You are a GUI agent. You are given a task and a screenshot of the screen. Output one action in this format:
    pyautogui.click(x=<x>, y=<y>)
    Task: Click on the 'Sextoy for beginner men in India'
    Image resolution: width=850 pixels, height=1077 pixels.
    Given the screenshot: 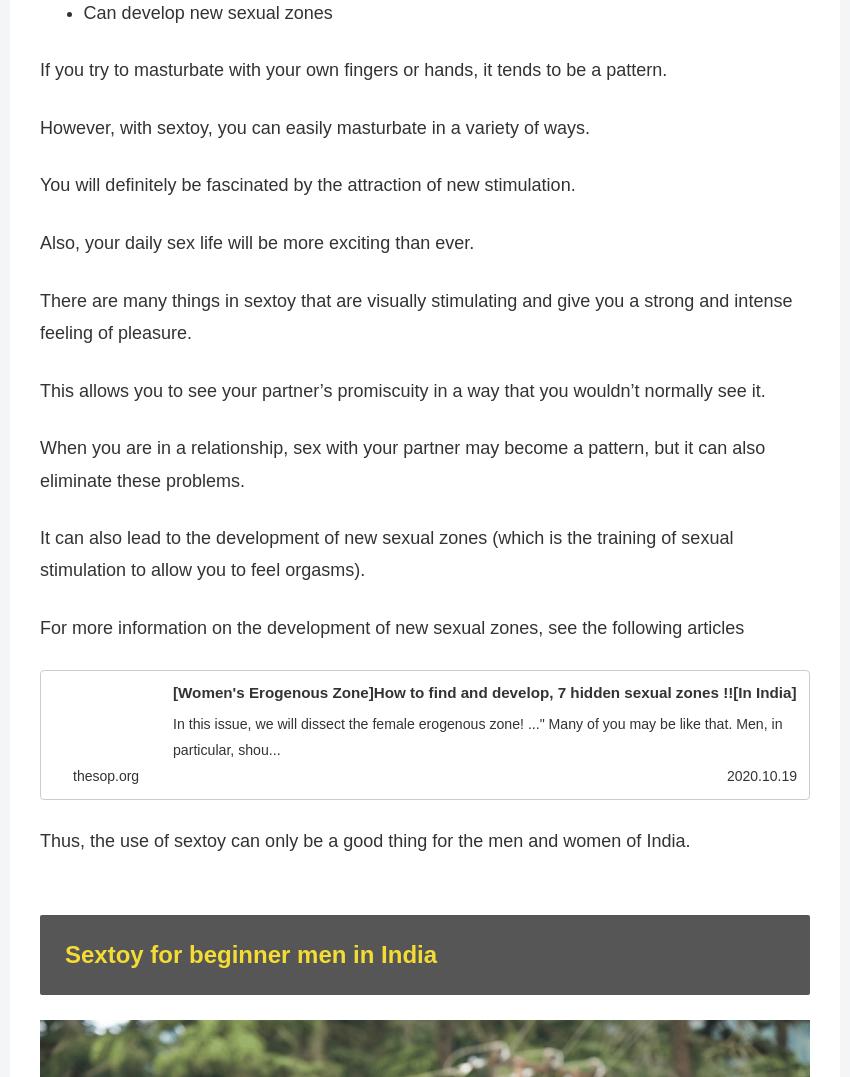 What is the action you would take?
    pyautogui.click(x=65, y=955)
    